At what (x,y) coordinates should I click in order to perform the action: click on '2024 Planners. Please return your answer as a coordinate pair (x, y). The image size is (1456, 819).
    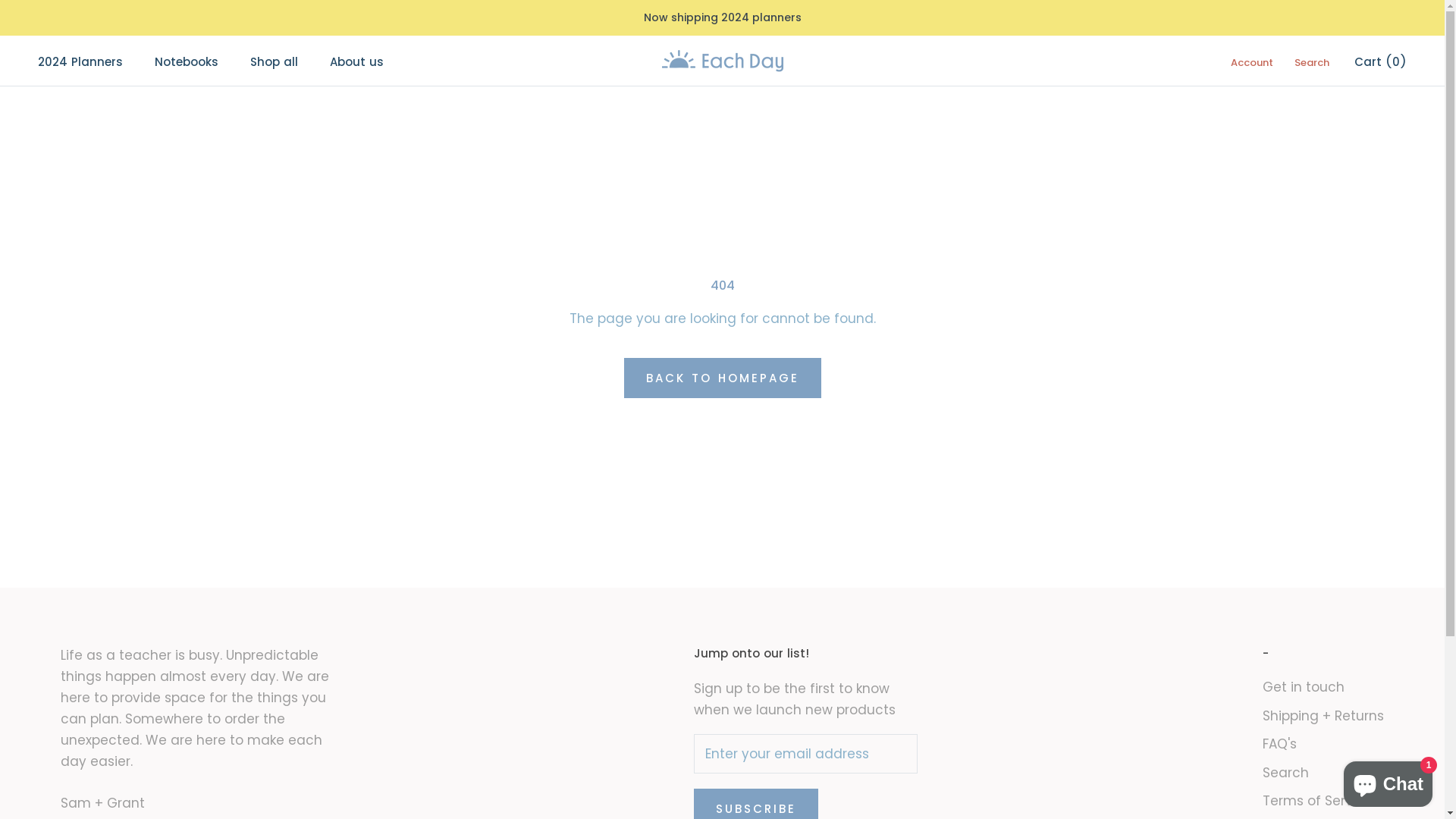
    Looking at the image, I should click on (79, 61).